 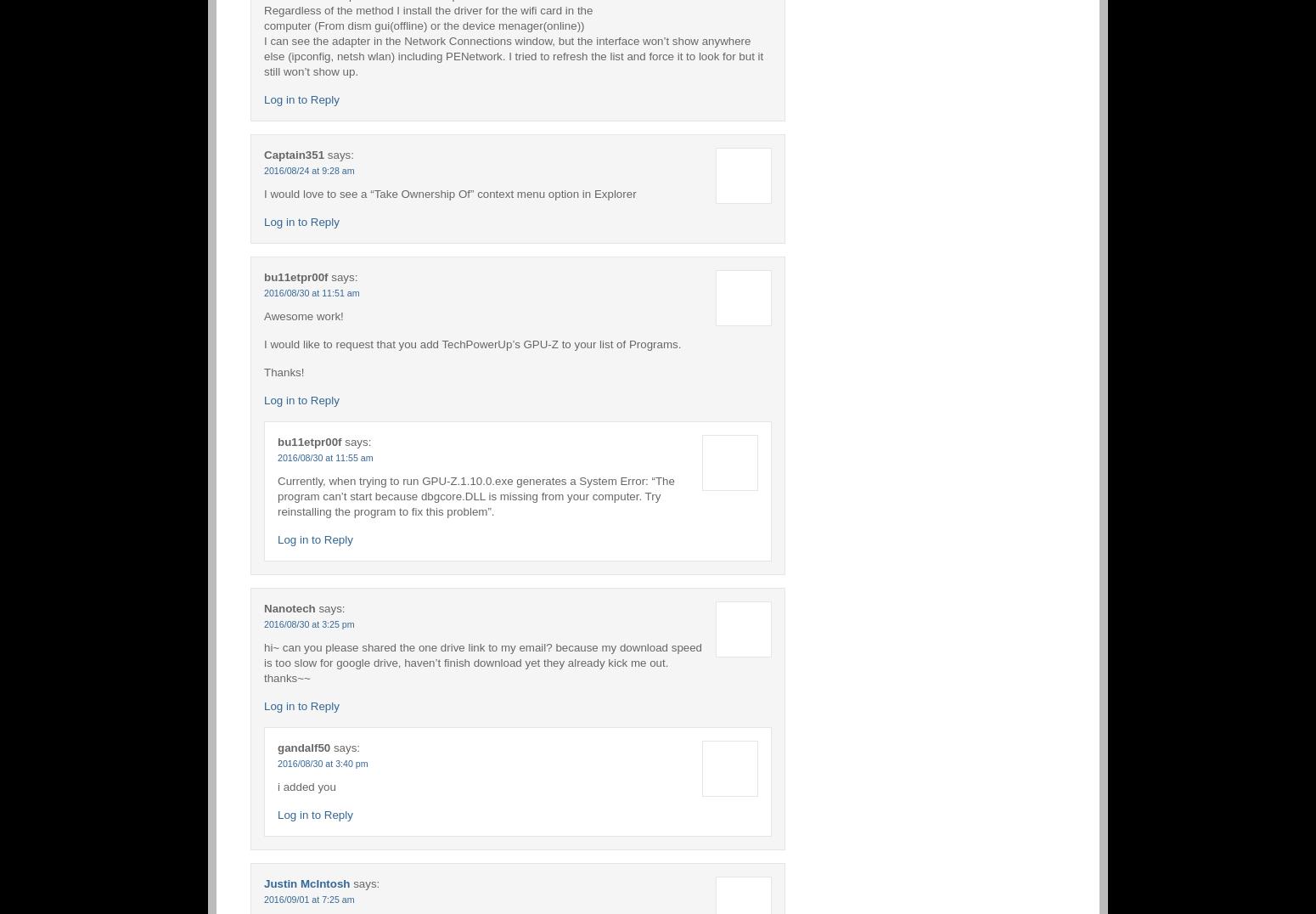 I want to click on 'Awesome work!', so click(x=263, y=314).